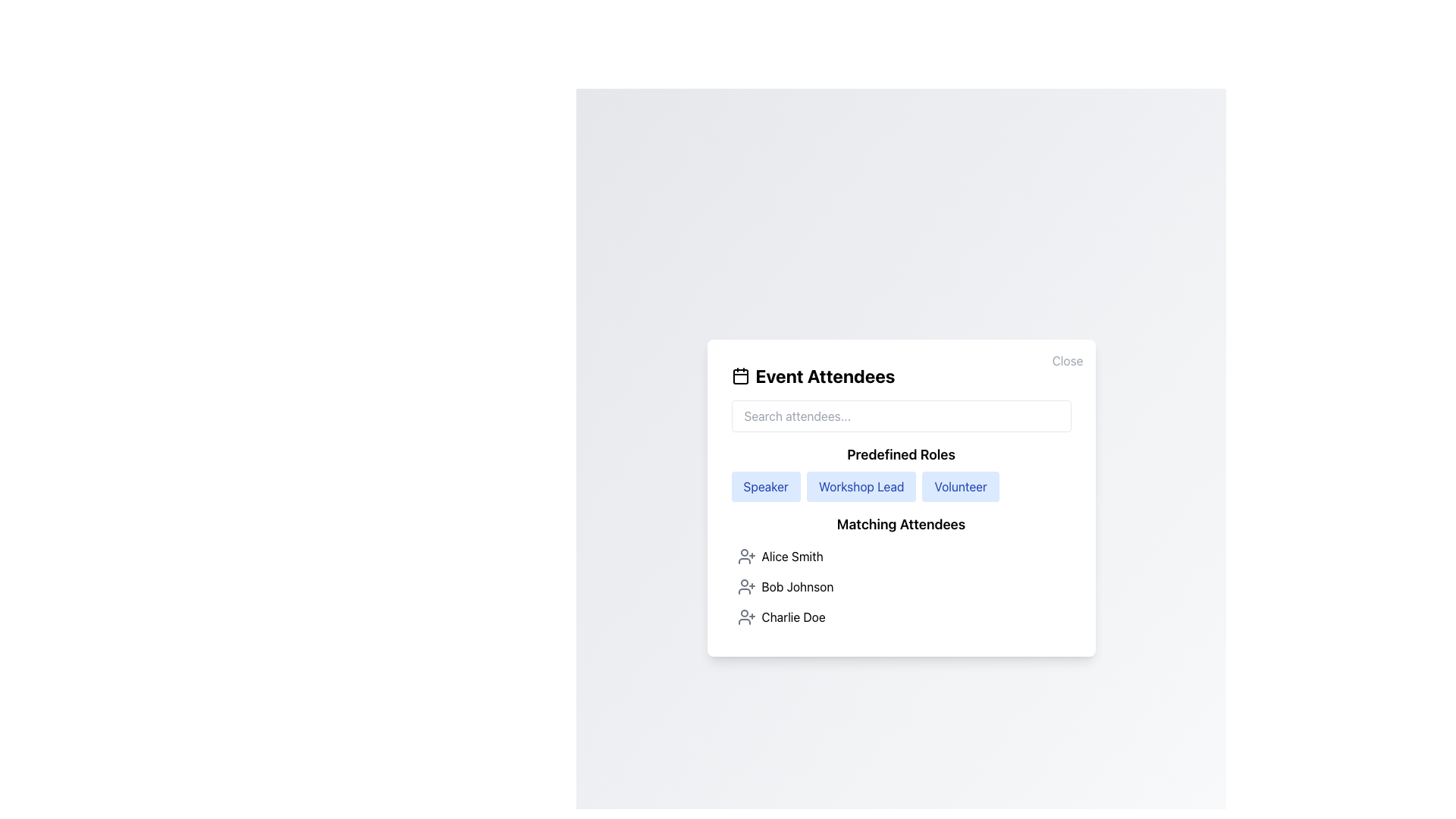 This screenshot has height=819, width=1456. I want to click on the decorative or functional icon located in the top-left corner of the header section of the 'Event Attendees' dialog box, so click(740, 375).